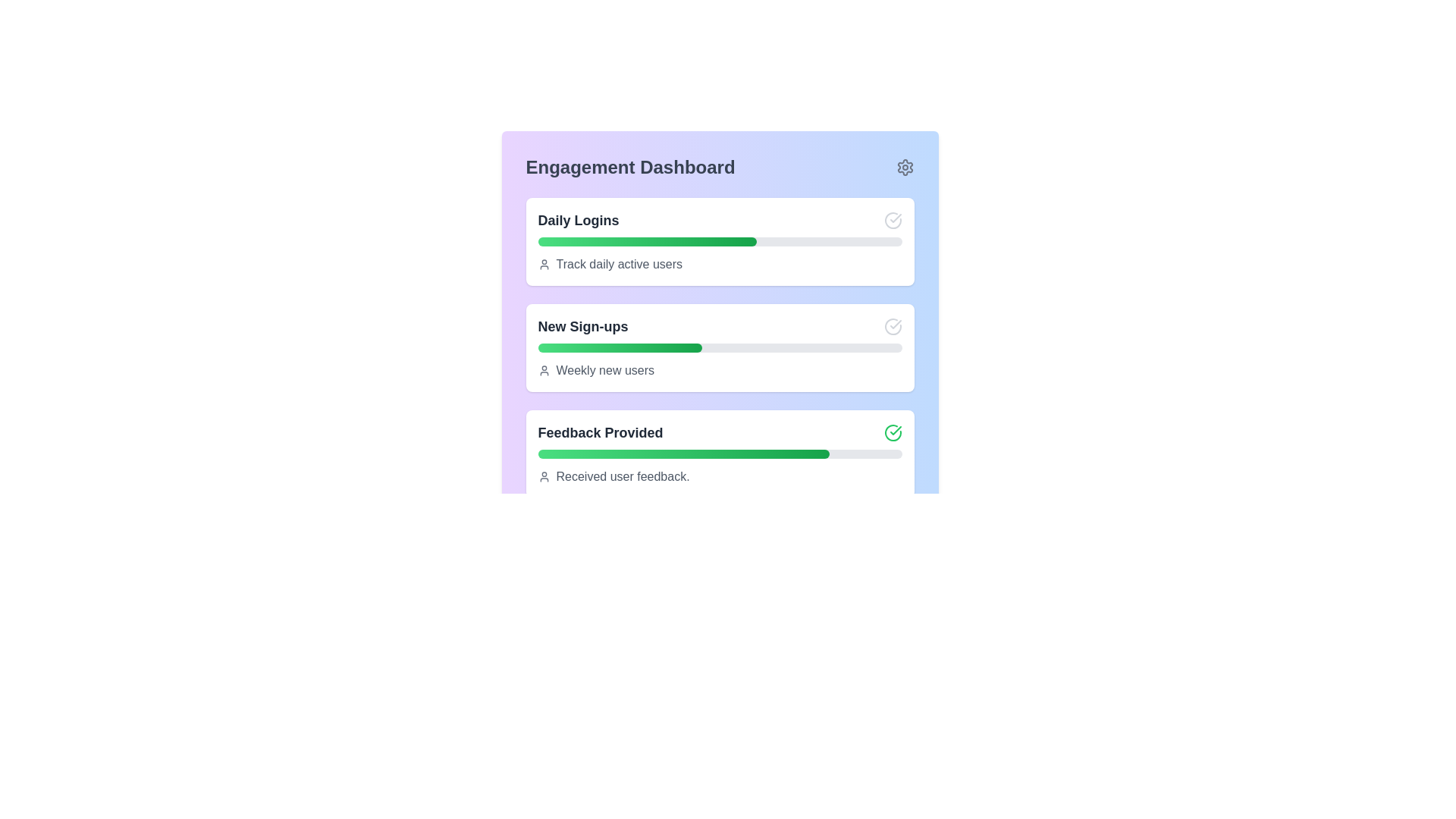 Image resolution: width=1456 pixels, height=819 pixels. Describe the element at coordinates (719, 241) in the screenshot. I see `the Progress bar located within the 'Daily Logins' card in the Engagement Dashboard, positioned beneath the 'Daily Logins' heading` at that location.